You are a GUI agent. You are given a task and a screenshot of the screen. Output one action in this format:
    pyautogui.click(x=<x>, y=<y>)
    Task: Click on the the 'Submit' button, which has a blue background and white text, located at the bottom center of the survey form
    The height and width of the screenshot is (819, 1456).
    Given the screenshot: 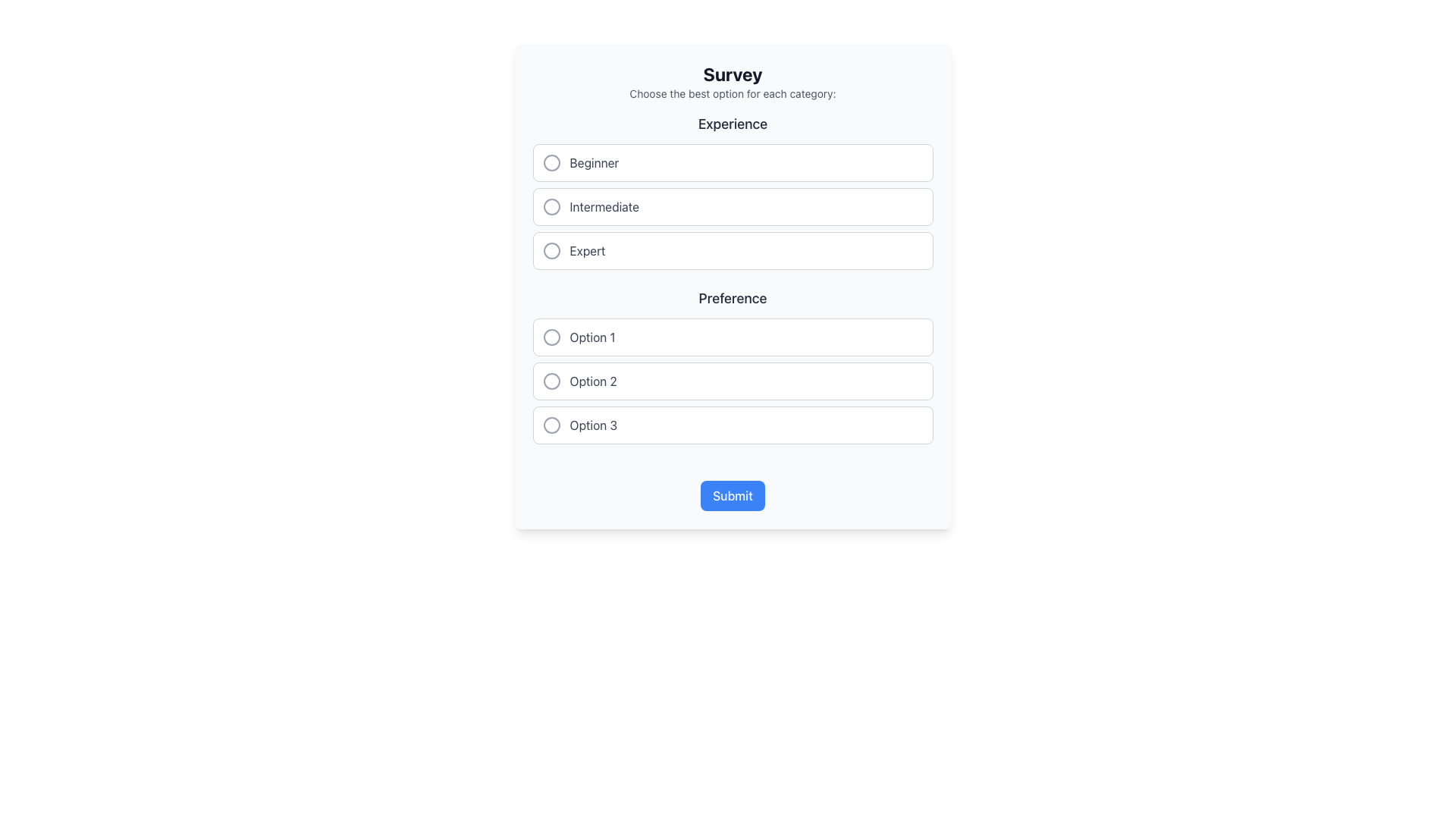 What is the action you would take?
    pyautogui.click(x=733, y=496)
    